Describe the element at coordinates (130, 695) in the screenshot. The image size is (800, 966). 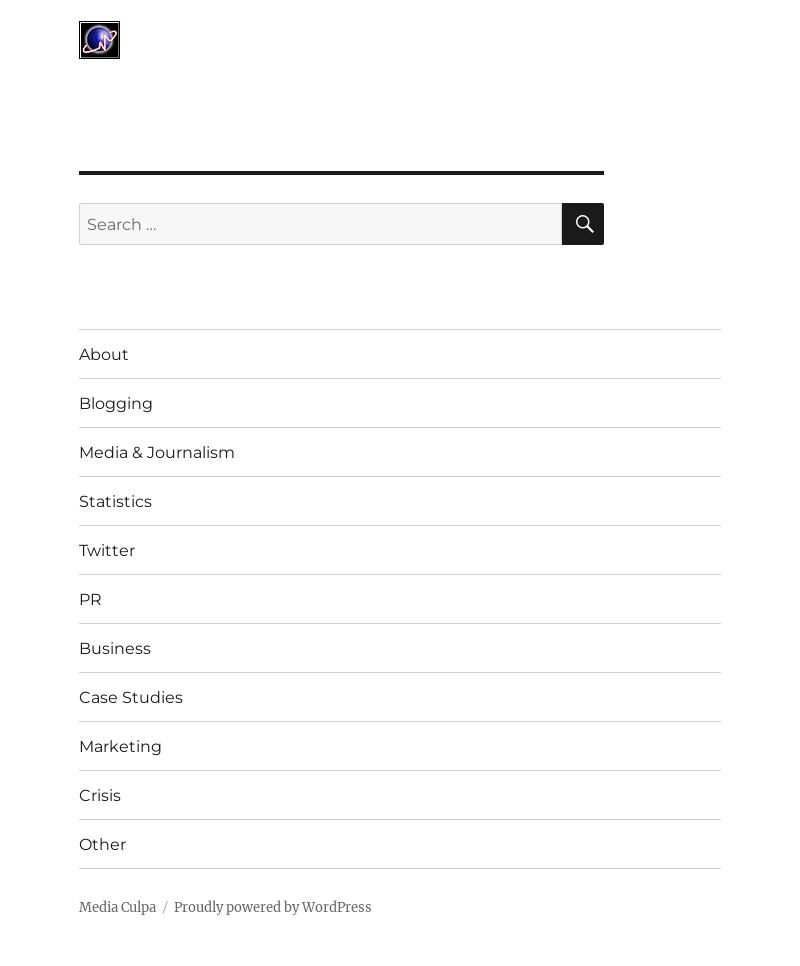
I see `'Case Studies'` at that location.